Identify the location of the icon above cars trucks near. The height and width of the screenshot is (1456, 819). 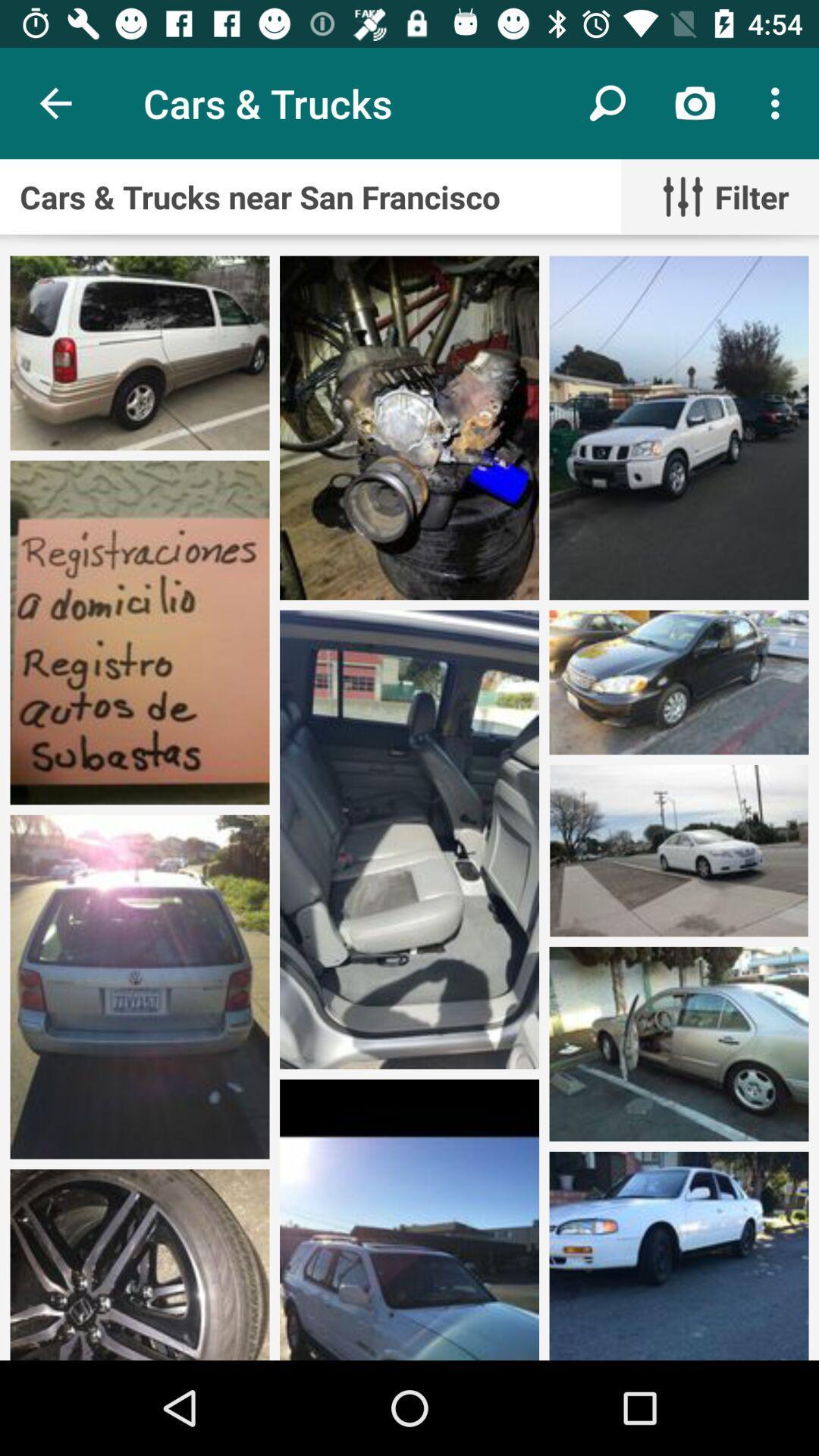
(779, 102).